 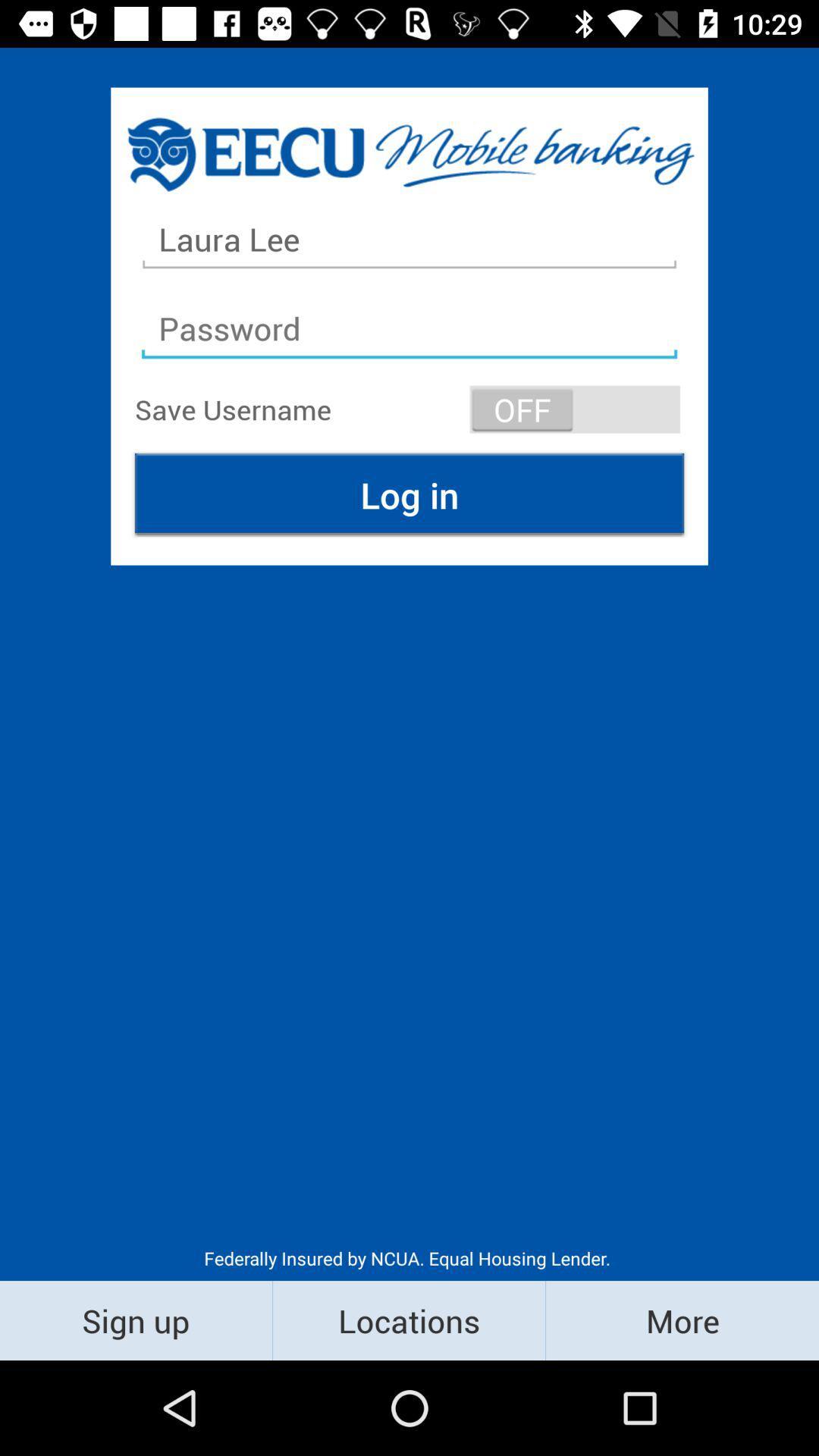 I want to click on the icon above federally insured by icon, so click(x=409, y=494).